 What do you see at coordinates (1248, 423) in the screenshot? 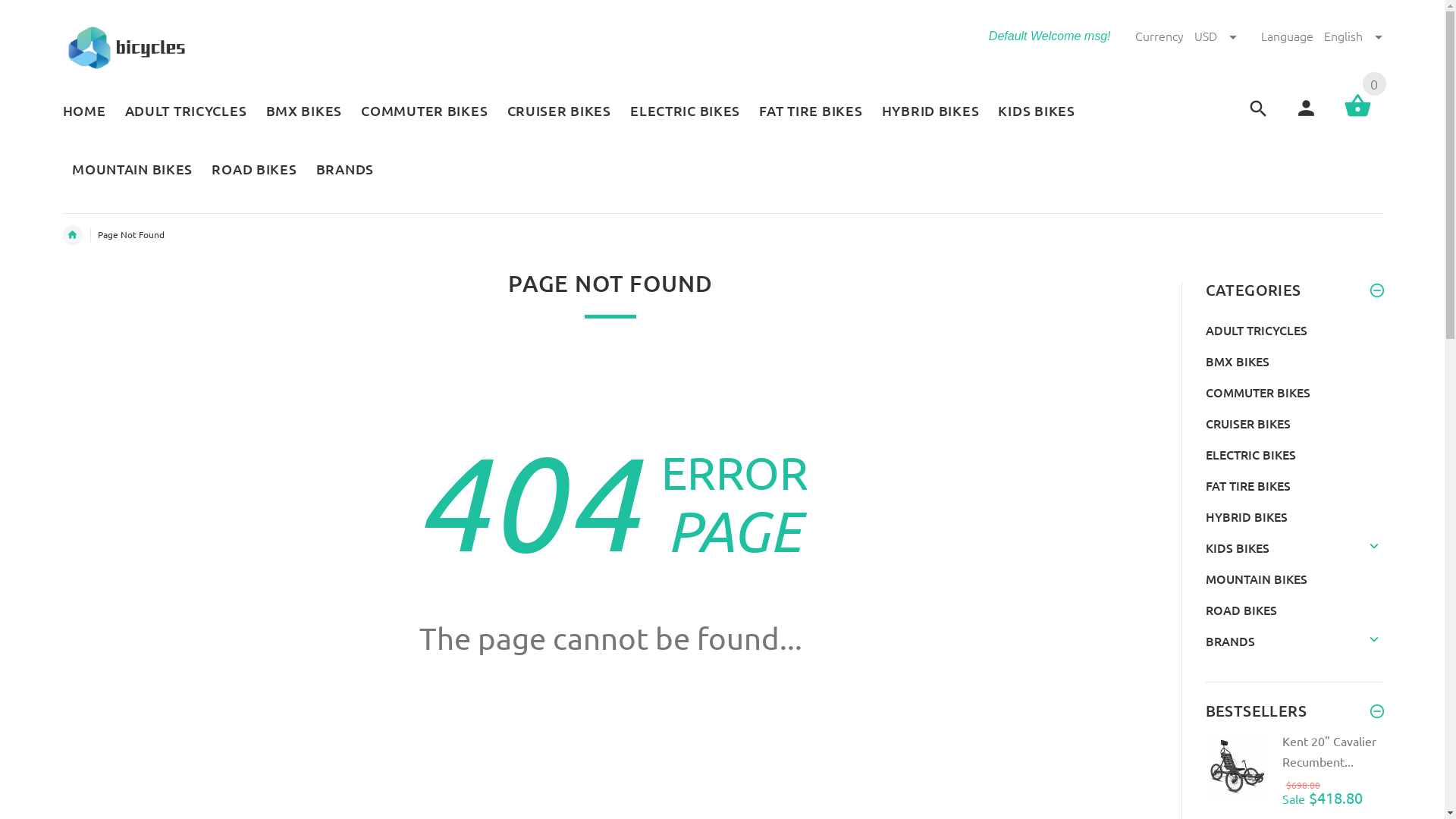
I see `'CRUISER BIKES'` at bounding box center [1248, 423].